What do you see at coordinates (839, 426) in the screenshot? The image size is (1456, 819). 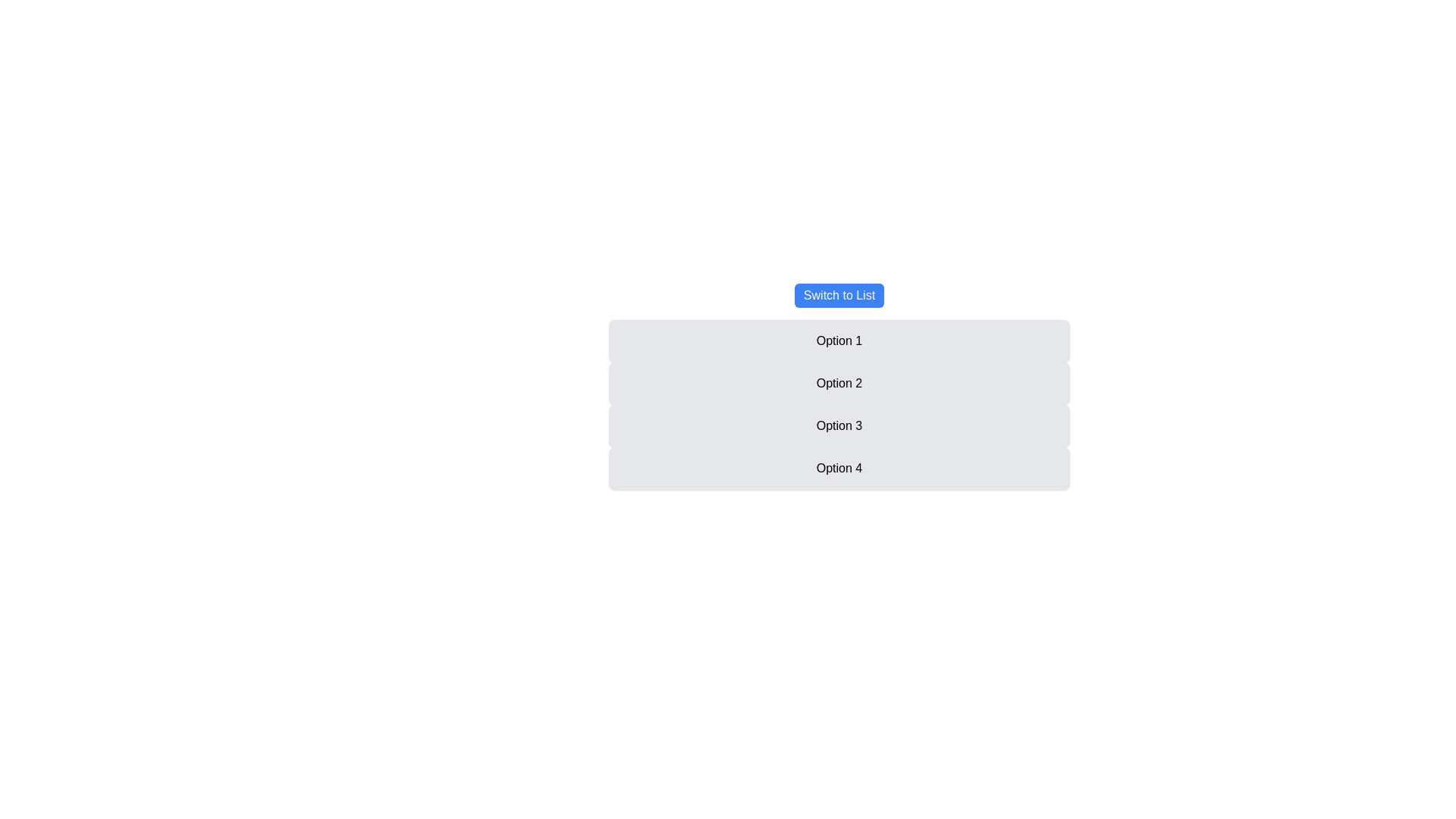 I see `the selectable card labeled 'Option 3'` at bounding box center [839, 426].